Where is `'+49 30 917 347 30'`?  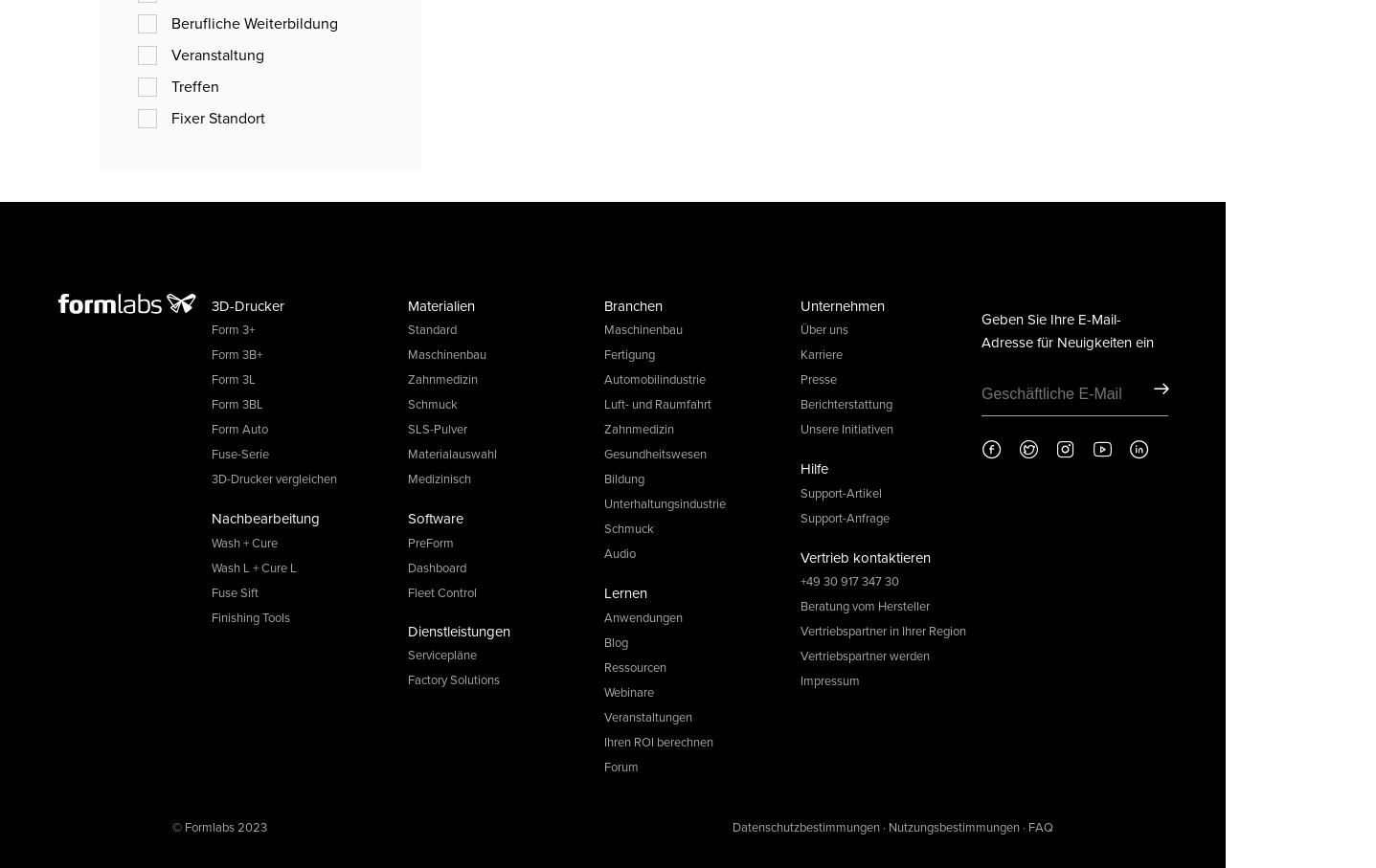
'+49 30 917 347 30' is located at coordinates (849, 580).